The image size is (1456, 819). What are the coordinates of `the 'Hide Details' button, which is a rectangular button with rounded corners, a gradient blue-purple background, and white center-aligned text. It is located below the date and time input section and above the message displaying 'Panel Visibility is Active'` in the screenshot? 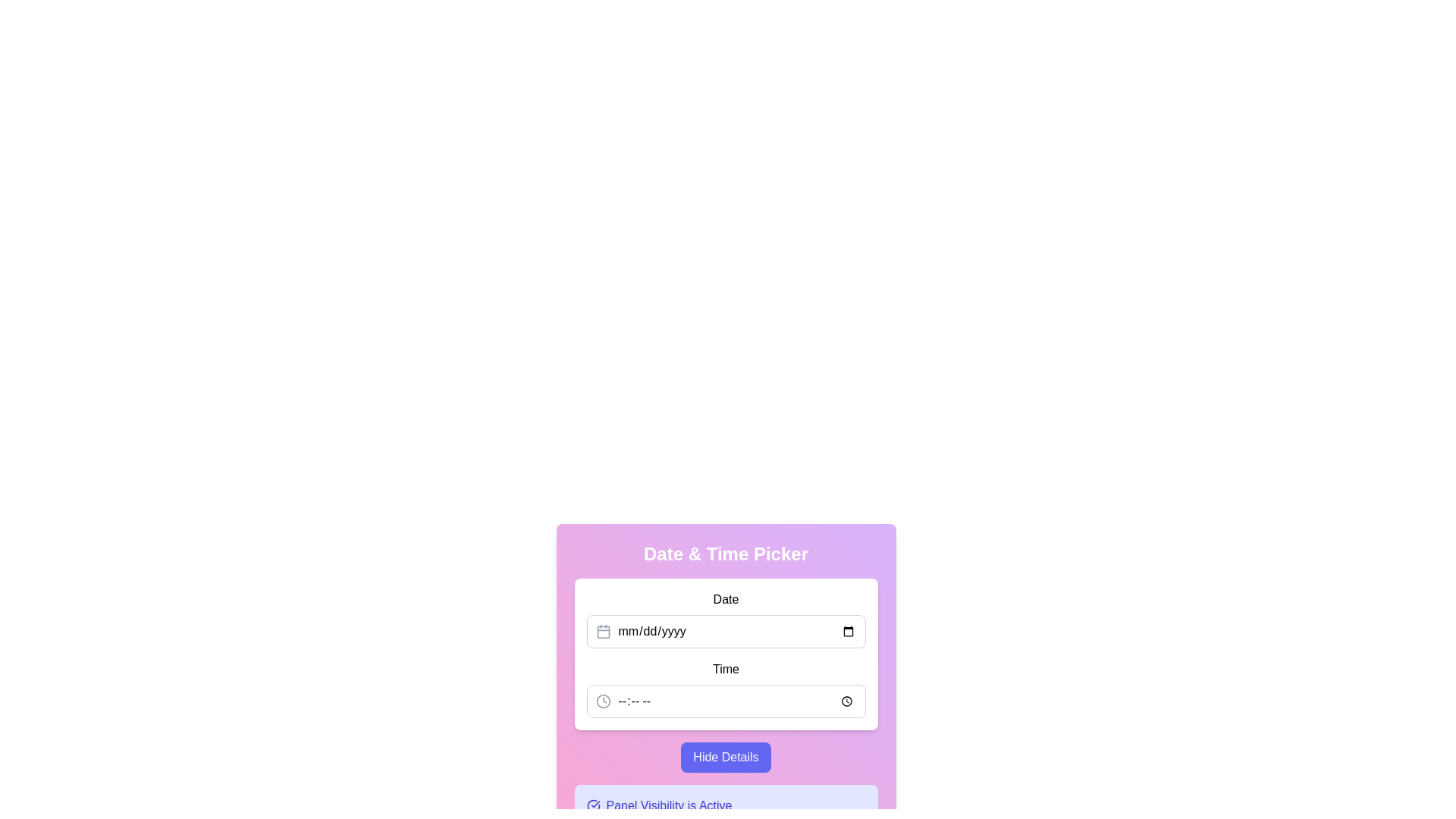 It's located at (725, 758).